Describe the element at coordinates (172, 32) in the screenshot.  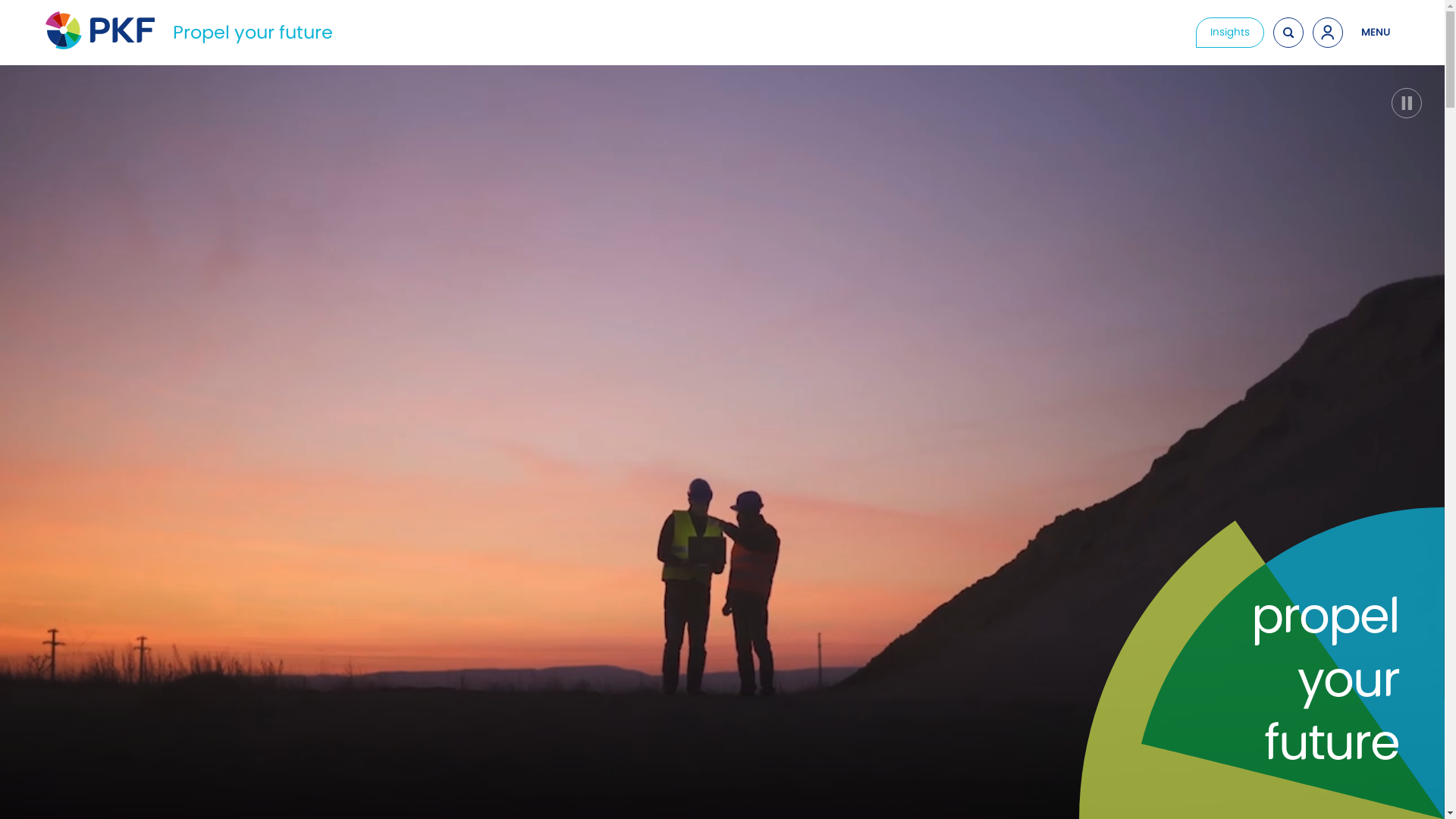
I see `'Propel your future'` at that location.